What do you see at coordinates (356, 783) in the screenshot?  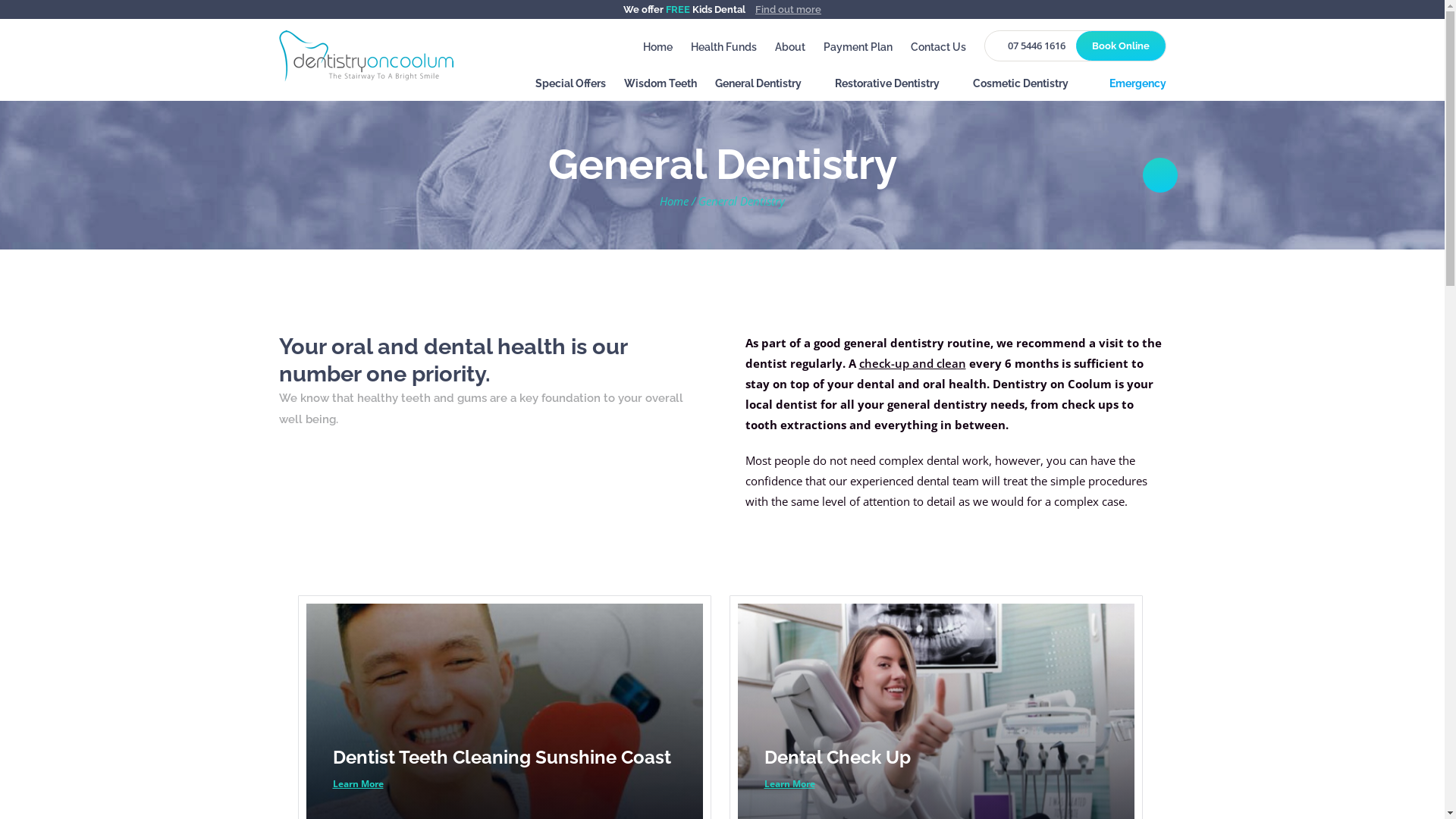 I see `'Learn More'` at bounding box center [356, 783].